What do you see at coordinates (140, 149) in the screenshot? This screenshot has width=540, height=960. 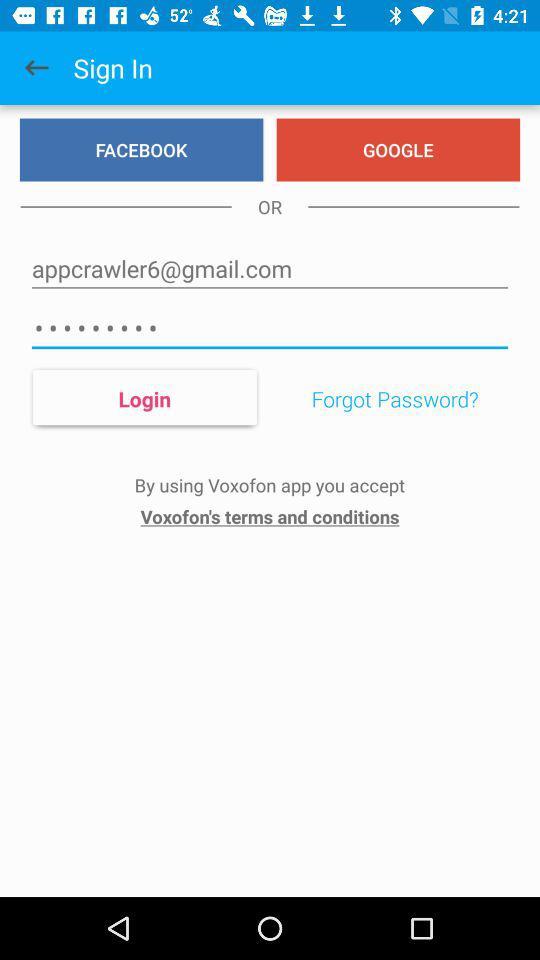 I see `icon below sign in item` at bounding box center [140, 149].